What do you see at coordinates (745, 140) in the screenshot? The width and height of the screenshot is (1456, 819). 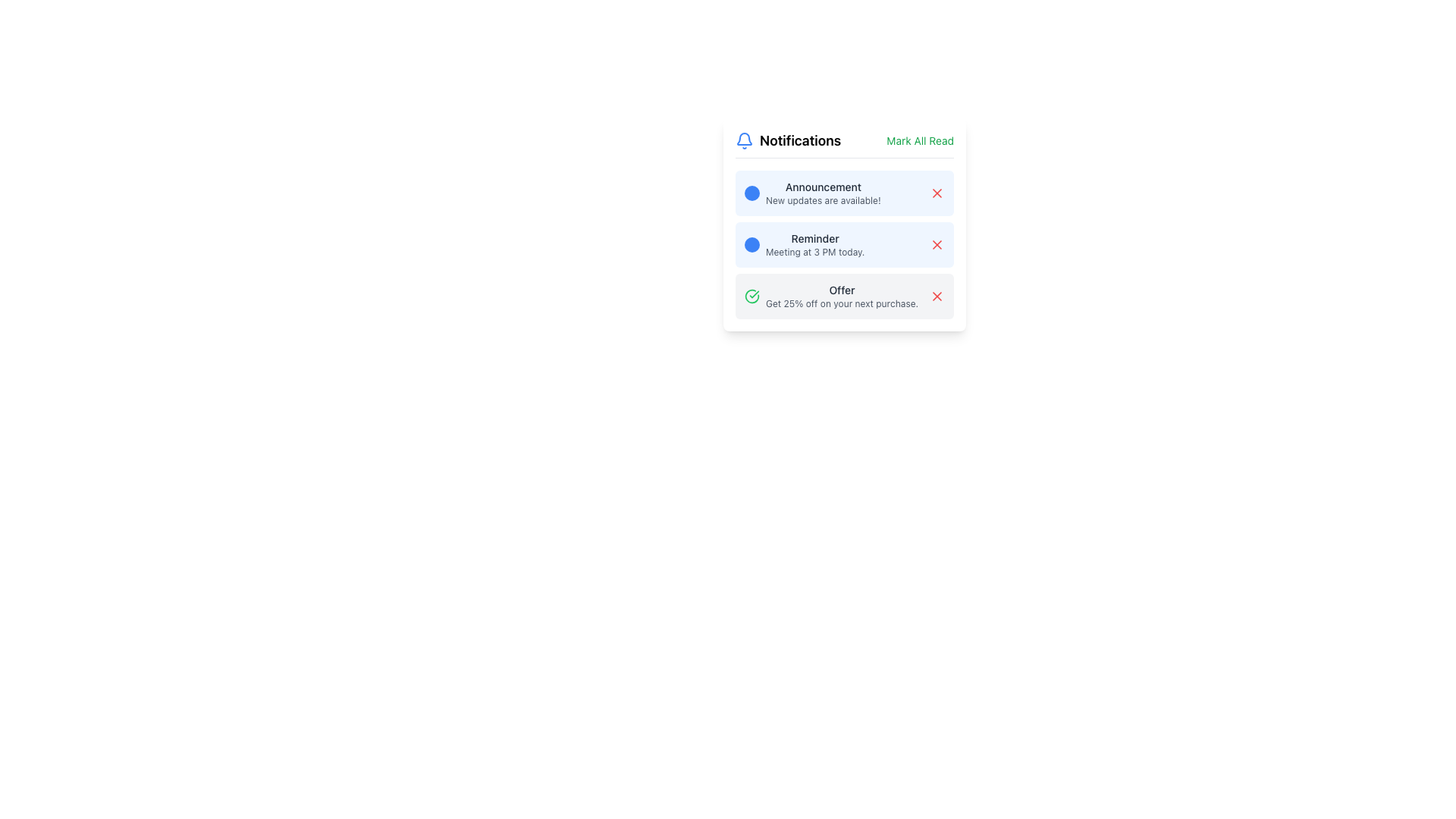 I see `the notifications icon located at the top-left corner of the notifications panel, adjacent to the text 'Notifications'` at bounding box center [745, 140].